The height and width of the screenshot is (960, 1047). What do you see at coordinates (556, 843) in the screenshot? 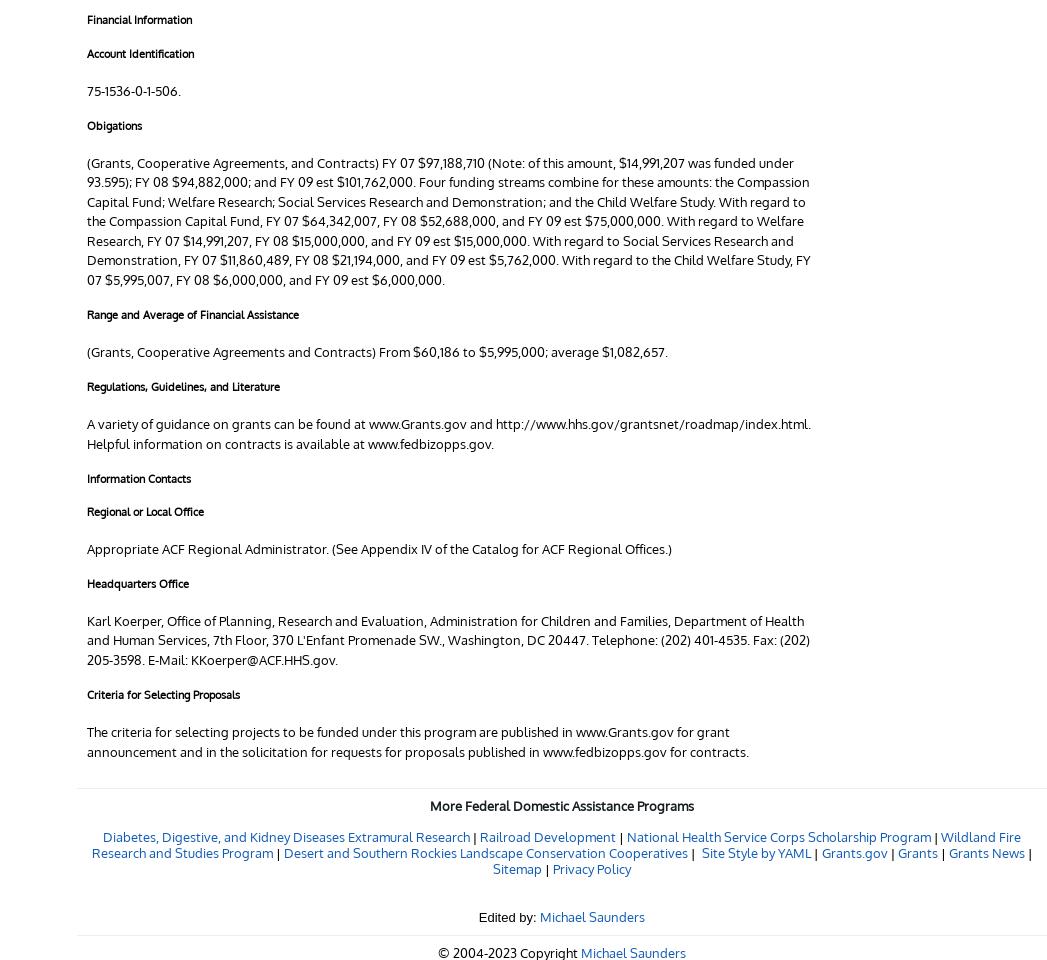
I see `'Wildland Fire Research and Studies Program'` at bounding box center [556, 843].